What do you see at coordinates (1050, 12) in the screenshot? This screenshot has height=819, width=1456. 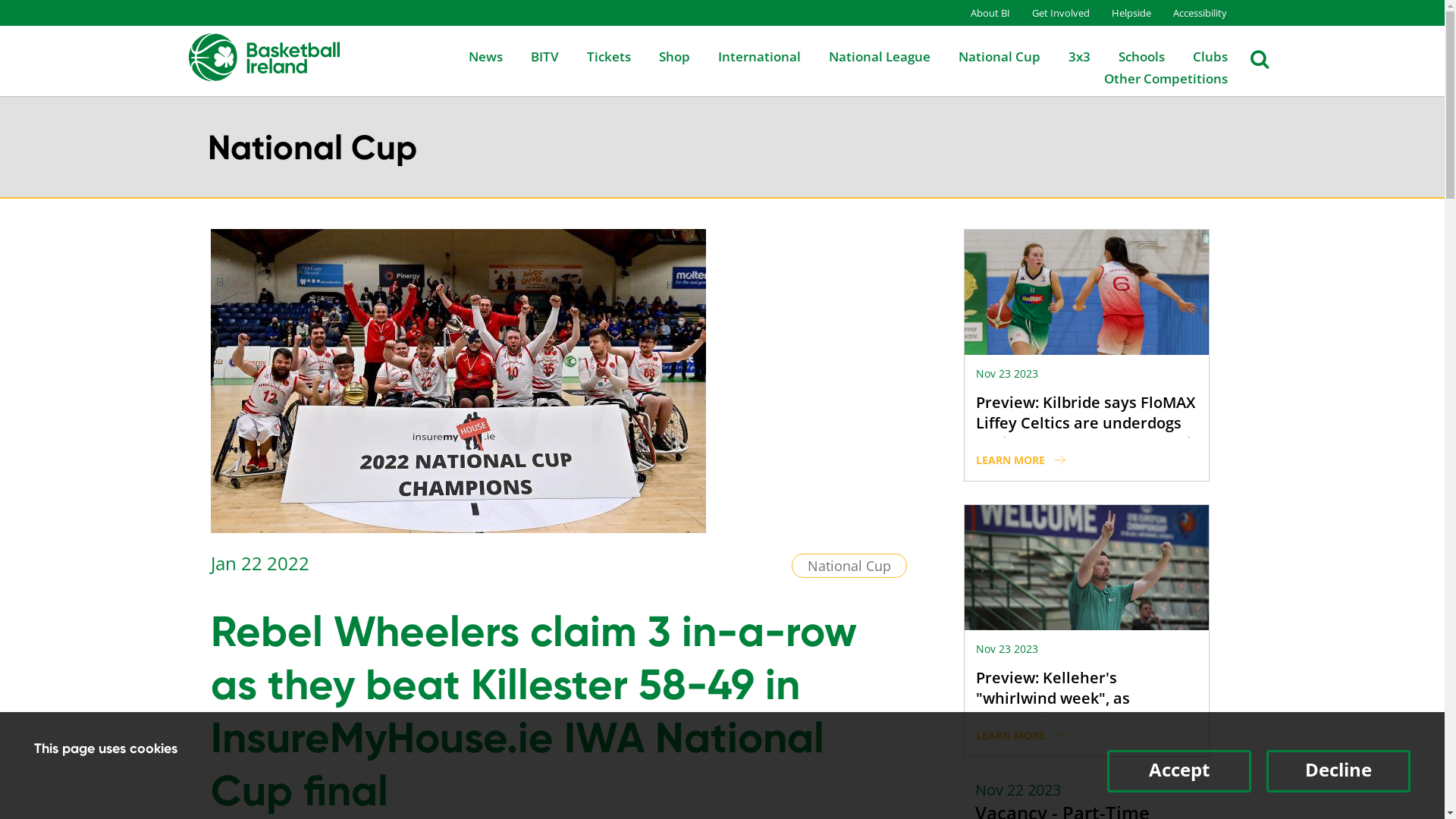 I see `'Get Involved'` at bounding box center [1050, 12].